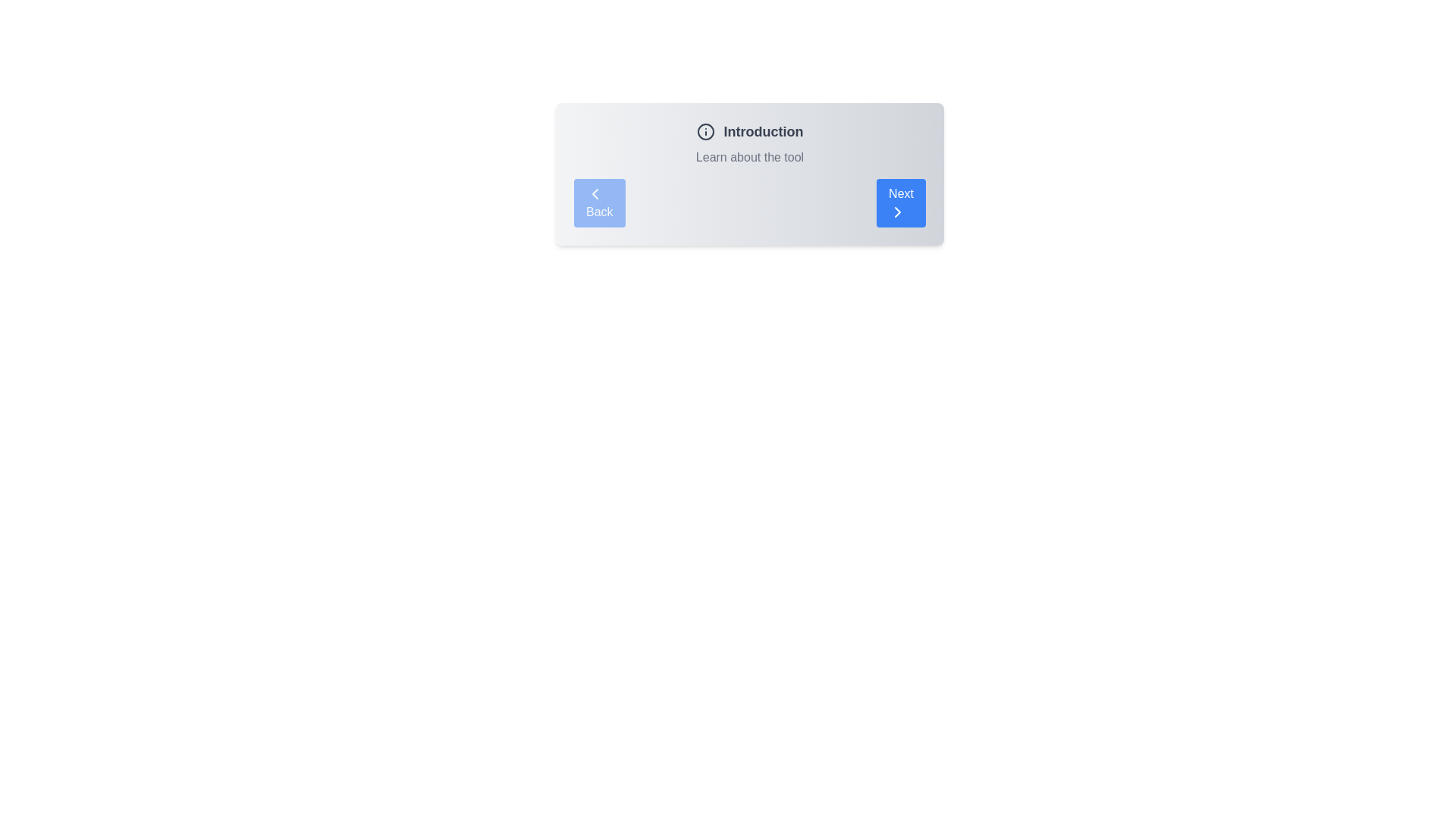 The height and width of the screenshot is (819, 1456). What do you see at coordinates (898, 212) in the screenshot?
I see `the right-facing chevron icon located within the 'Next' button, which is a rounded rectangle button labeled 'Next'` at bounding box center [898, 212].